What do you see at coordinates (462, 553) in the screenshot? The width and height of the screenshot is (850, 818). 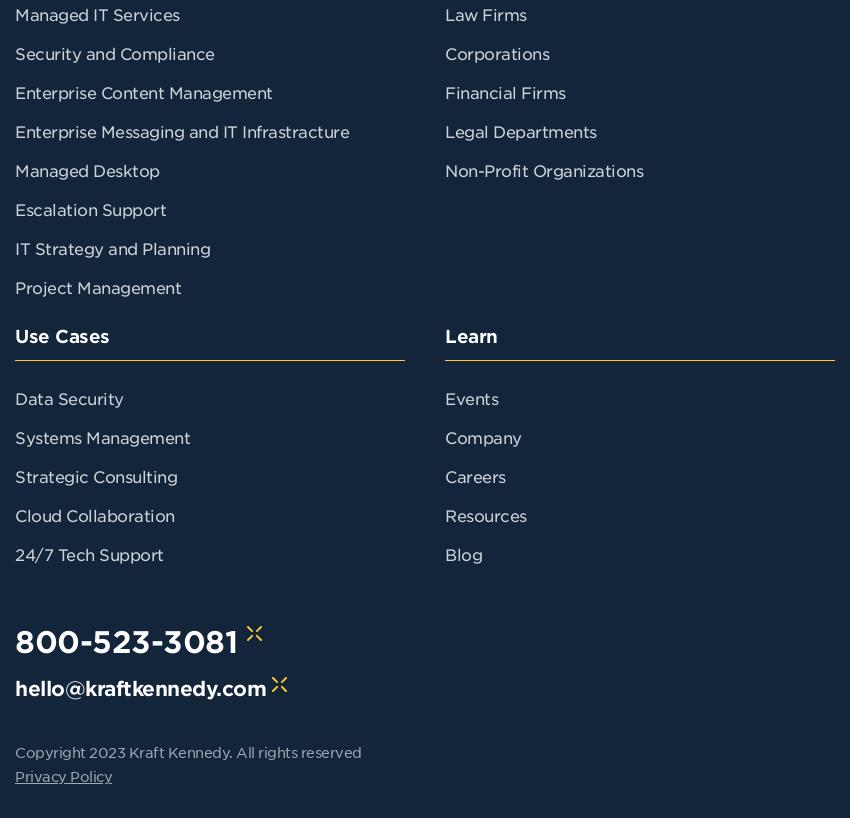 I see `'Blog'` at bounding box center [462, 553].